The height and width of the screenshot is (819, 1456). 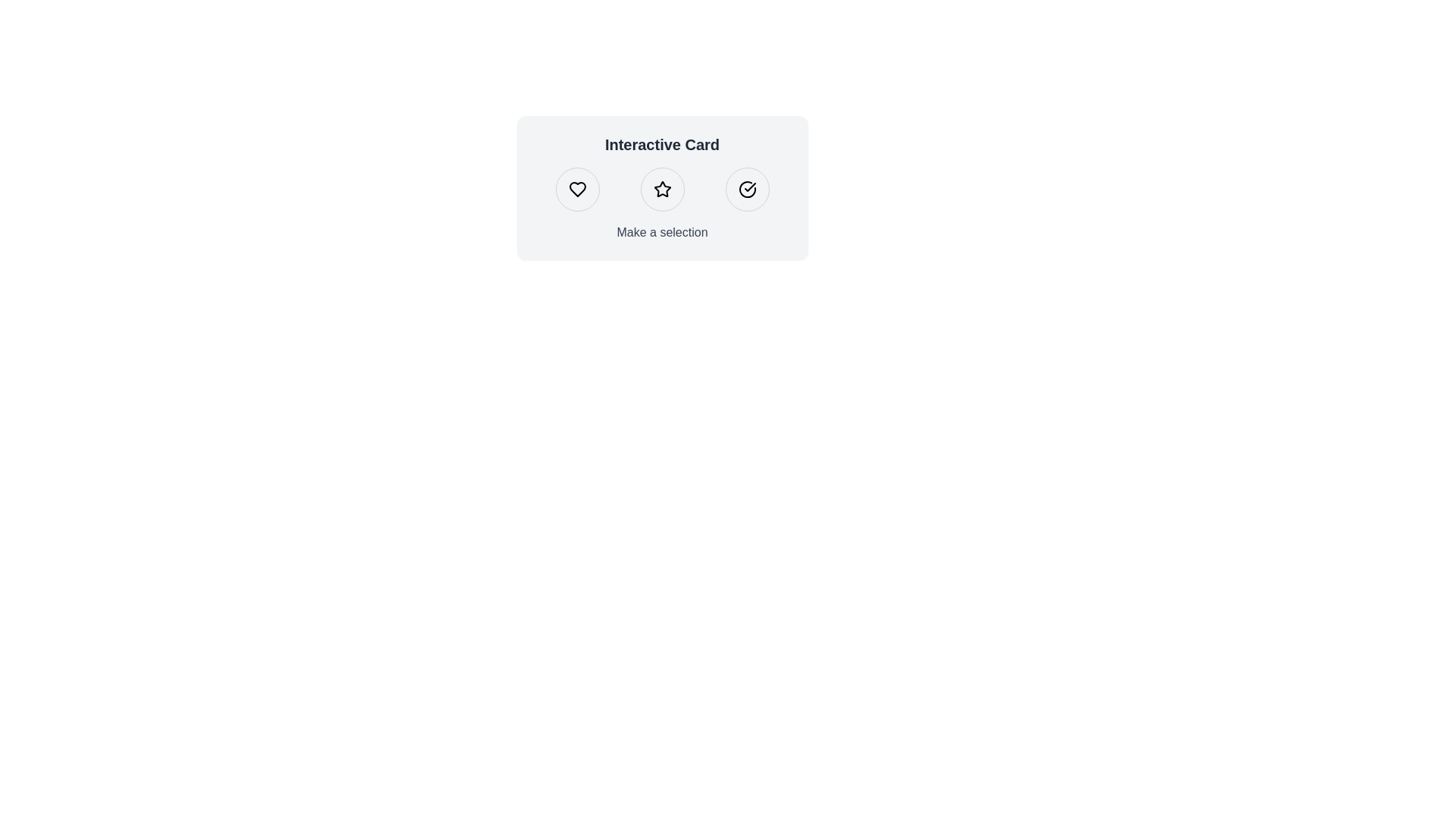 What do you see at coordinates (747, 189) in the screenshot?
I see `the rightmost icon within a horizontal set of three icons located centrally in a rectangular card` at bounding box center [747, 189].